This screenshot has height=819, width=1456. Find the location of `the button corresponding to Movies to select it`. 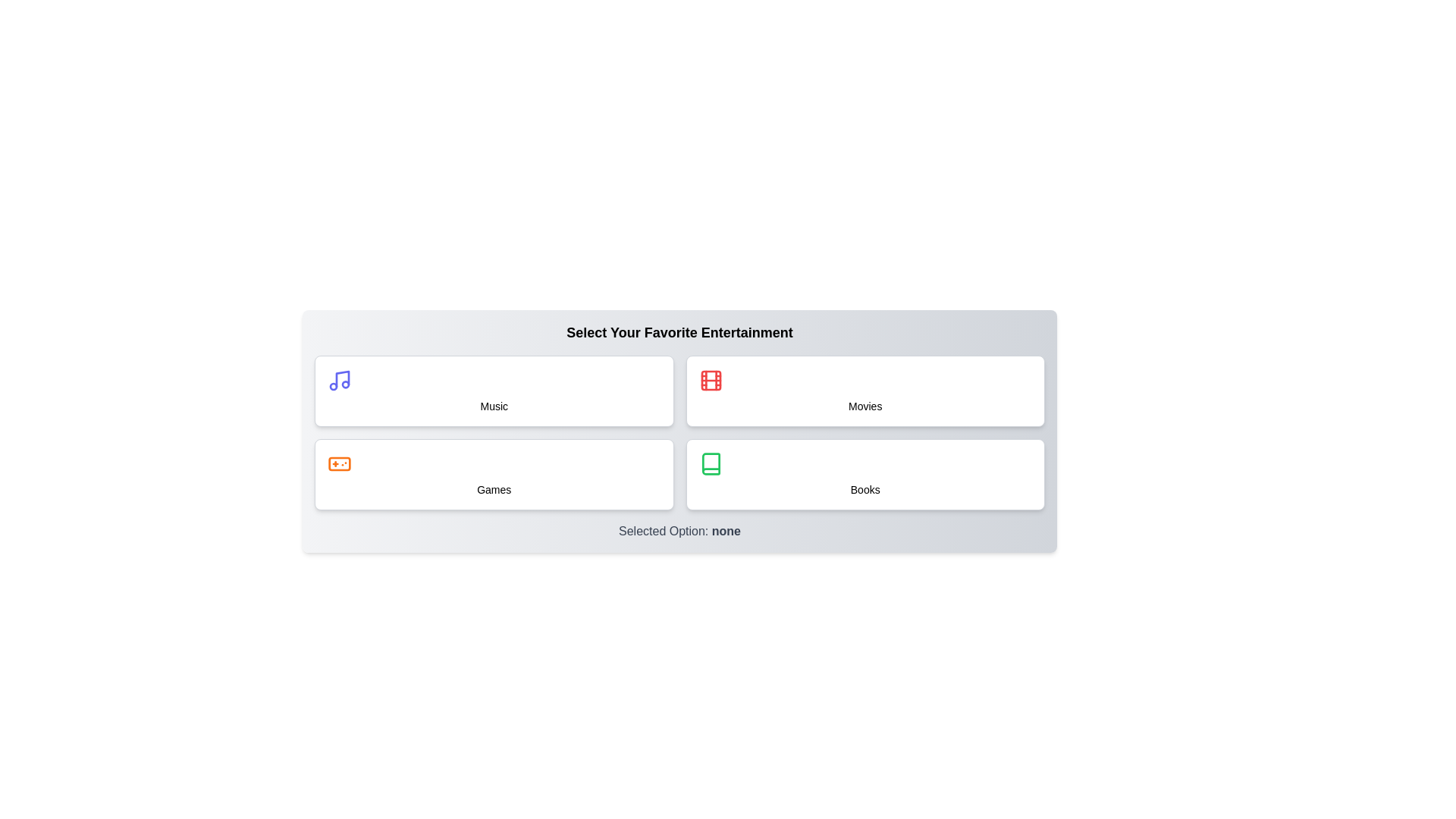

the button corresponding to Movies to select it is located at coordinates (865, 391).